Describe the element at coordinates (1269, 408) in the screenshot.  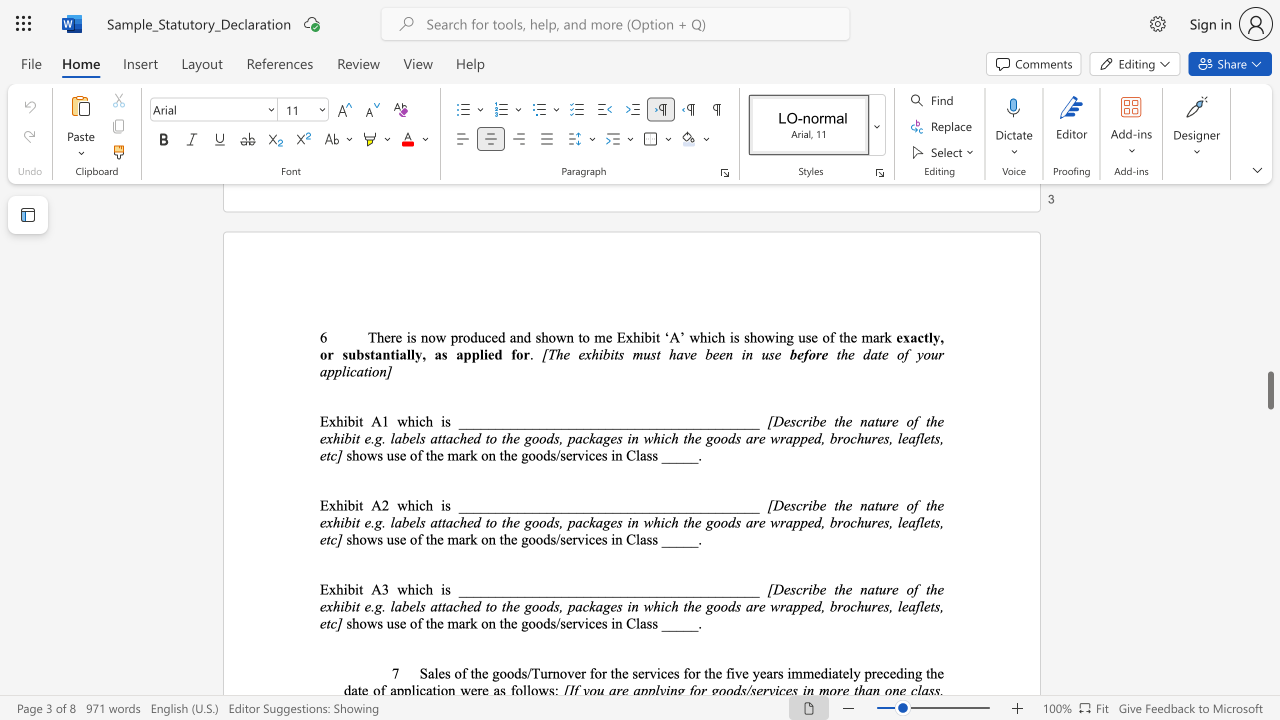
I see `the scrollbar to scroll the page up` at that location.